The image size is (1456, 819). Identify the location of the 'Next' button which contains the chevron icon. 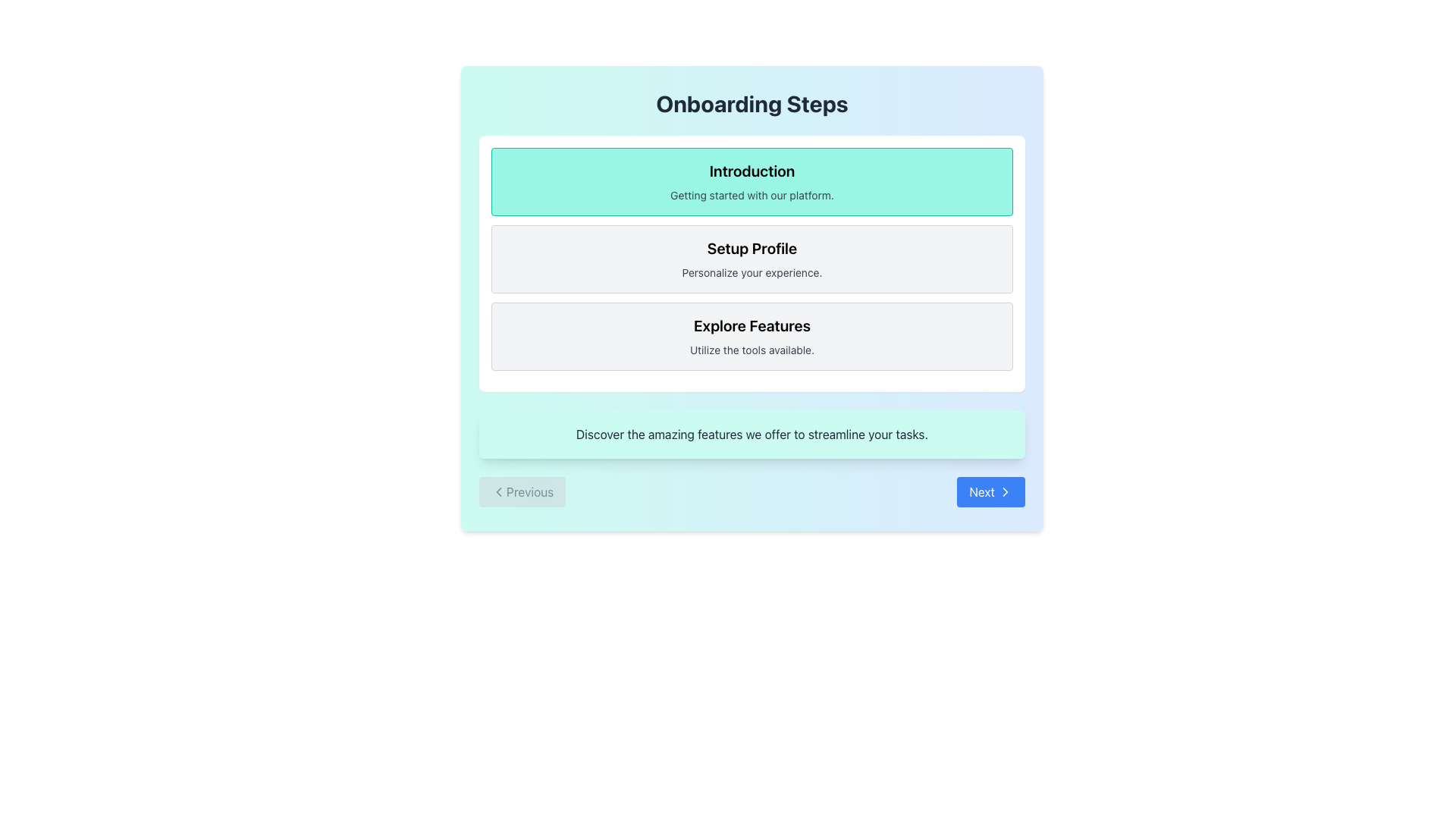
(1005, 491).